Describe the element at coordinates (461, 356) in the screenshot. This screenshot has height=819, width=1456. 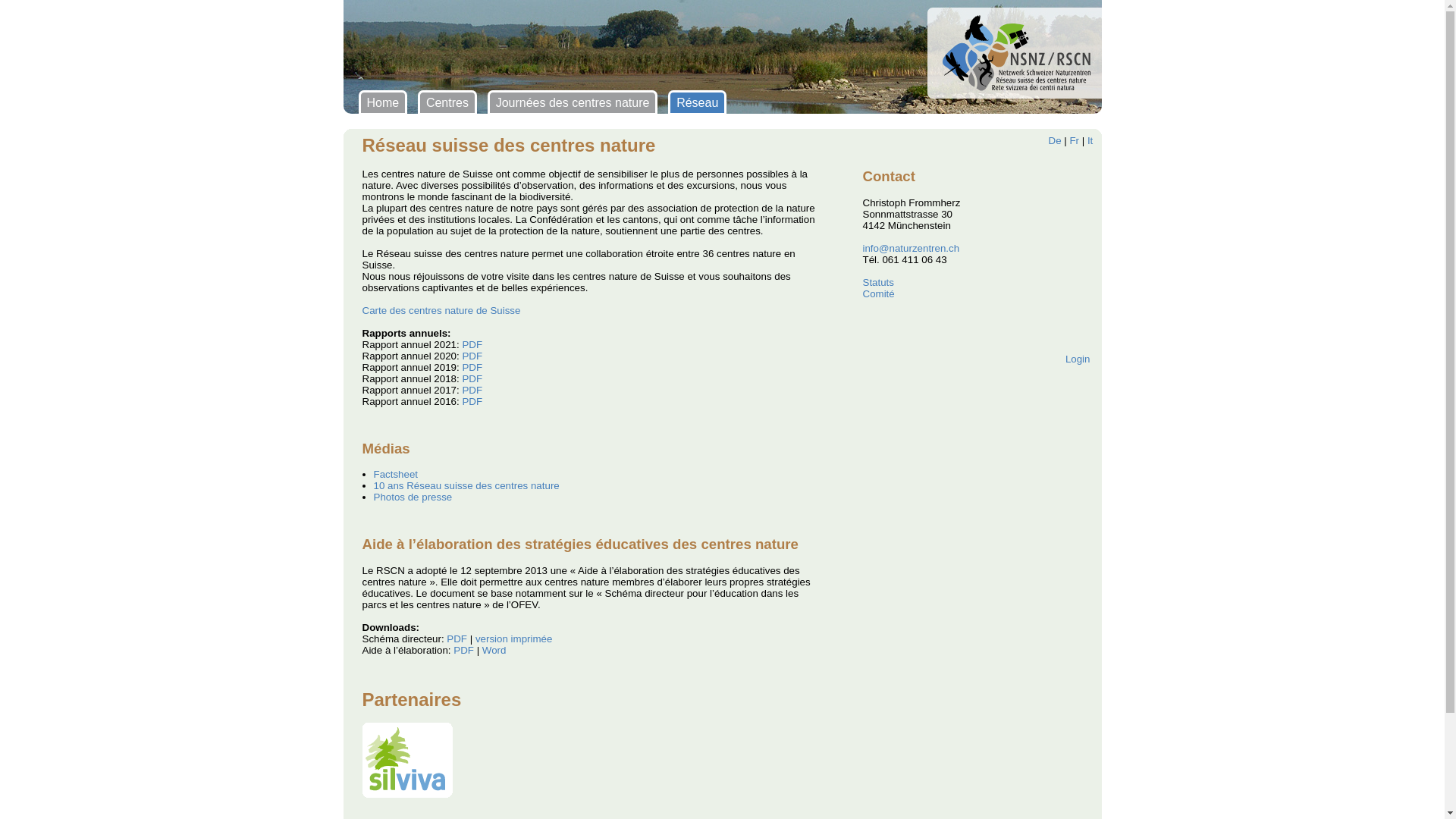
I see `'PDF'` at that location.